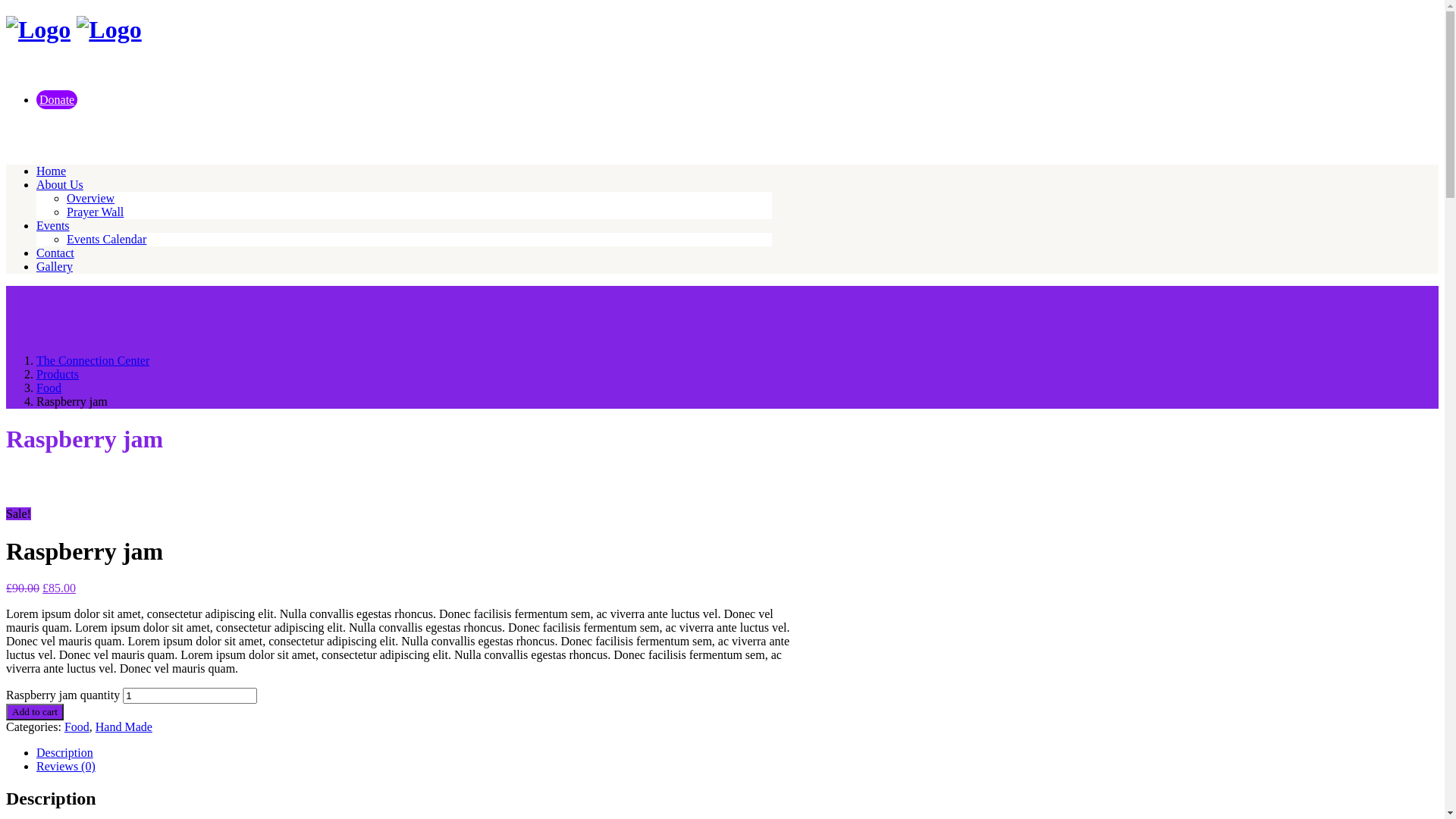 This screenshot has height=819, width=1456. I want to click on 'Home', so click(36, 171).